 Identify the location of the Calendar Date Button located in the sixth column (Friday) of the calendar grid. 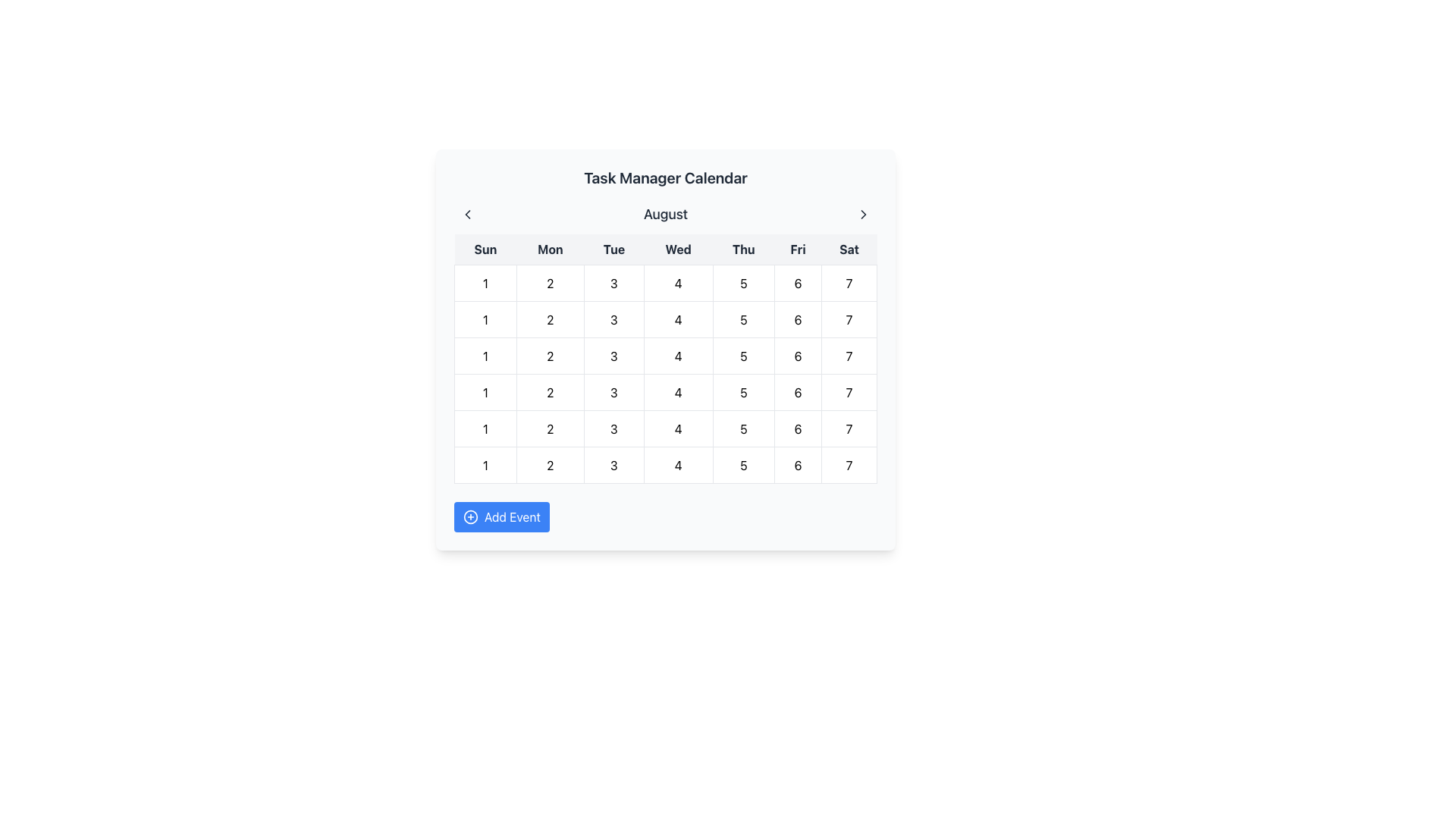
(797, 356).